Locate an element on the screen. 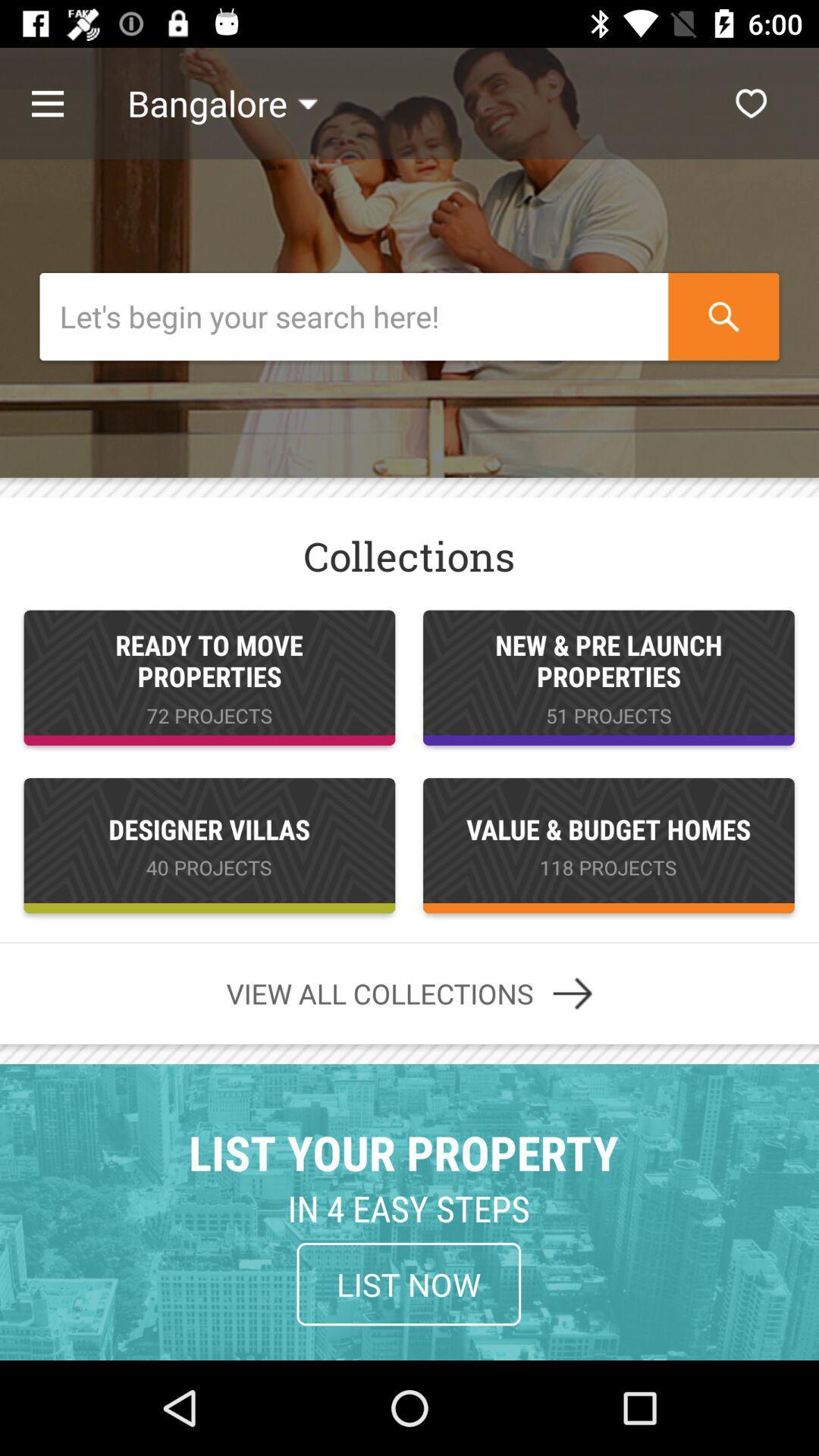  the item below in 4 easy icon is located at coordinates (408, 1283).